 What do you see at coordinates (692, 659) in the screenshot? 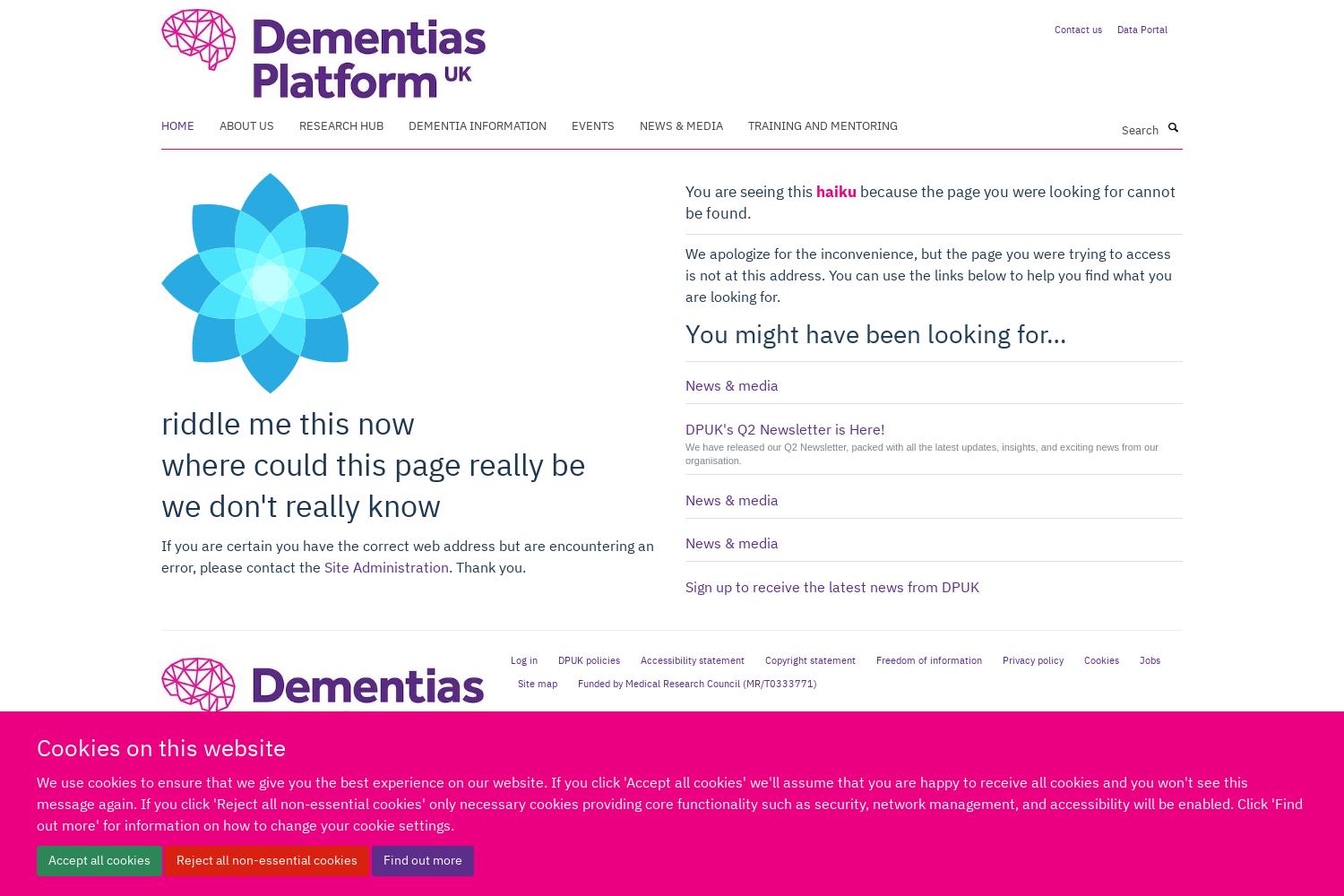
I see `'Accessibility statement'` at bounding box center [692, 659].